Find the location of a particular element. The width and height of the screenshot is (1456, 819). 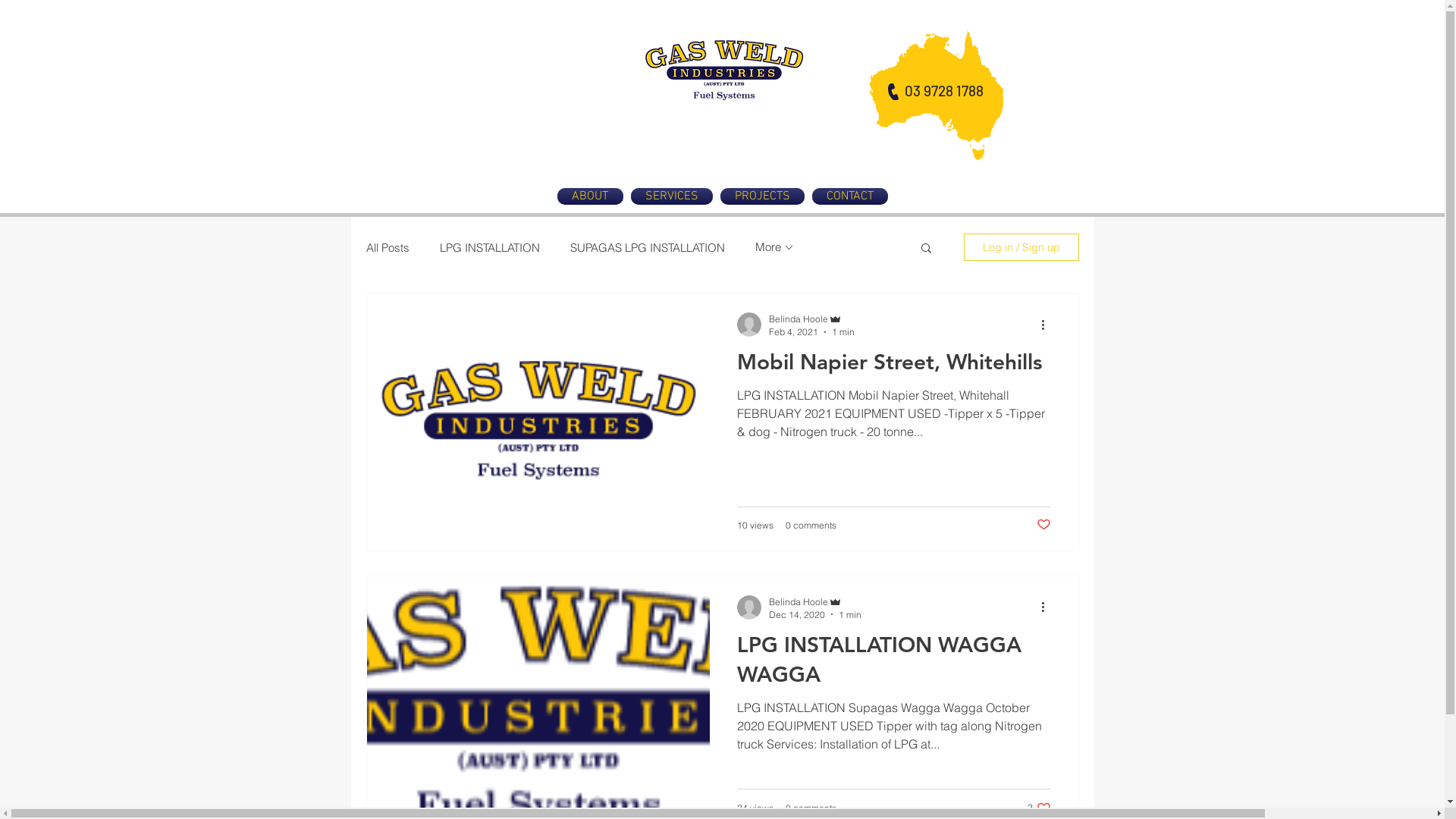

'0 comments' is located at coordinates (786, 524).